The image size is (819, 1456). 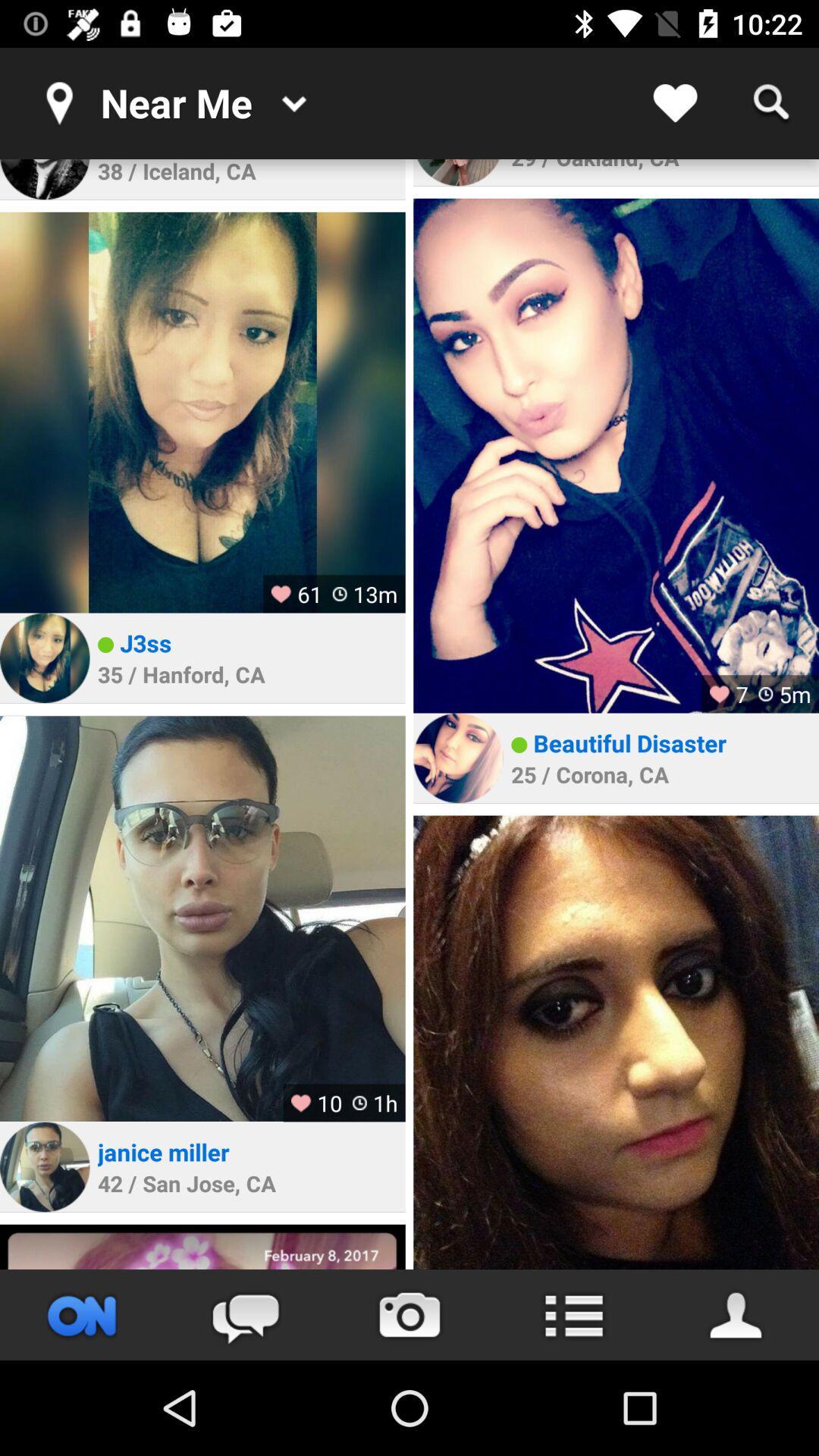 What do you see at coordinates (44, 179) in the screenshot?
I see `profile` at bounding box center [44, 179].